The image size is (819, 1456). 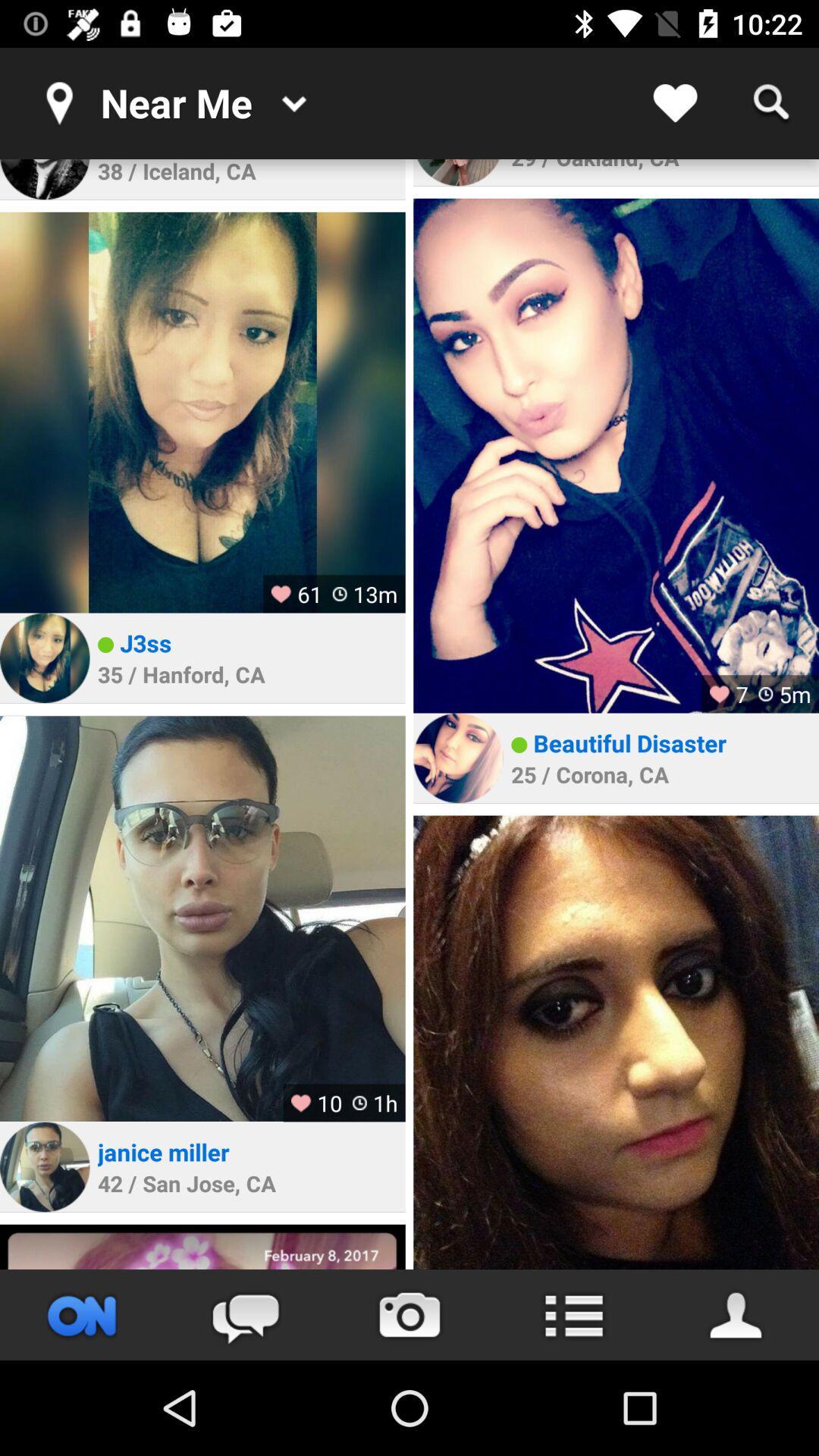 What do you see at coordinates (44, 179) in the screenshot?
I see `profile` at bounding box center [44, 179].